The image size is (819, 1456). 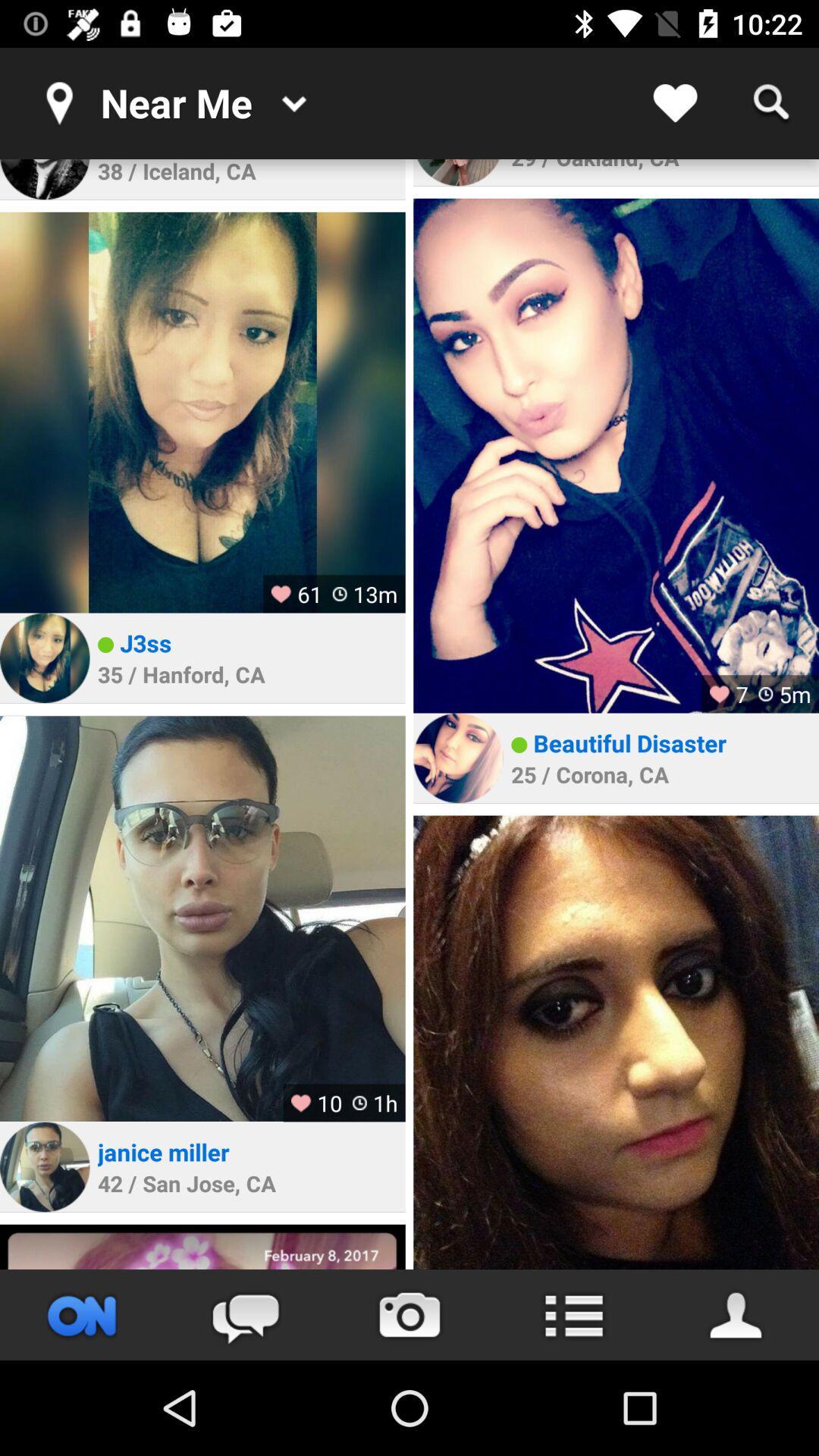 What do you see at coordinates (44, 179) in the screenshot?
I see `profile` at bounding box center [44, 179].